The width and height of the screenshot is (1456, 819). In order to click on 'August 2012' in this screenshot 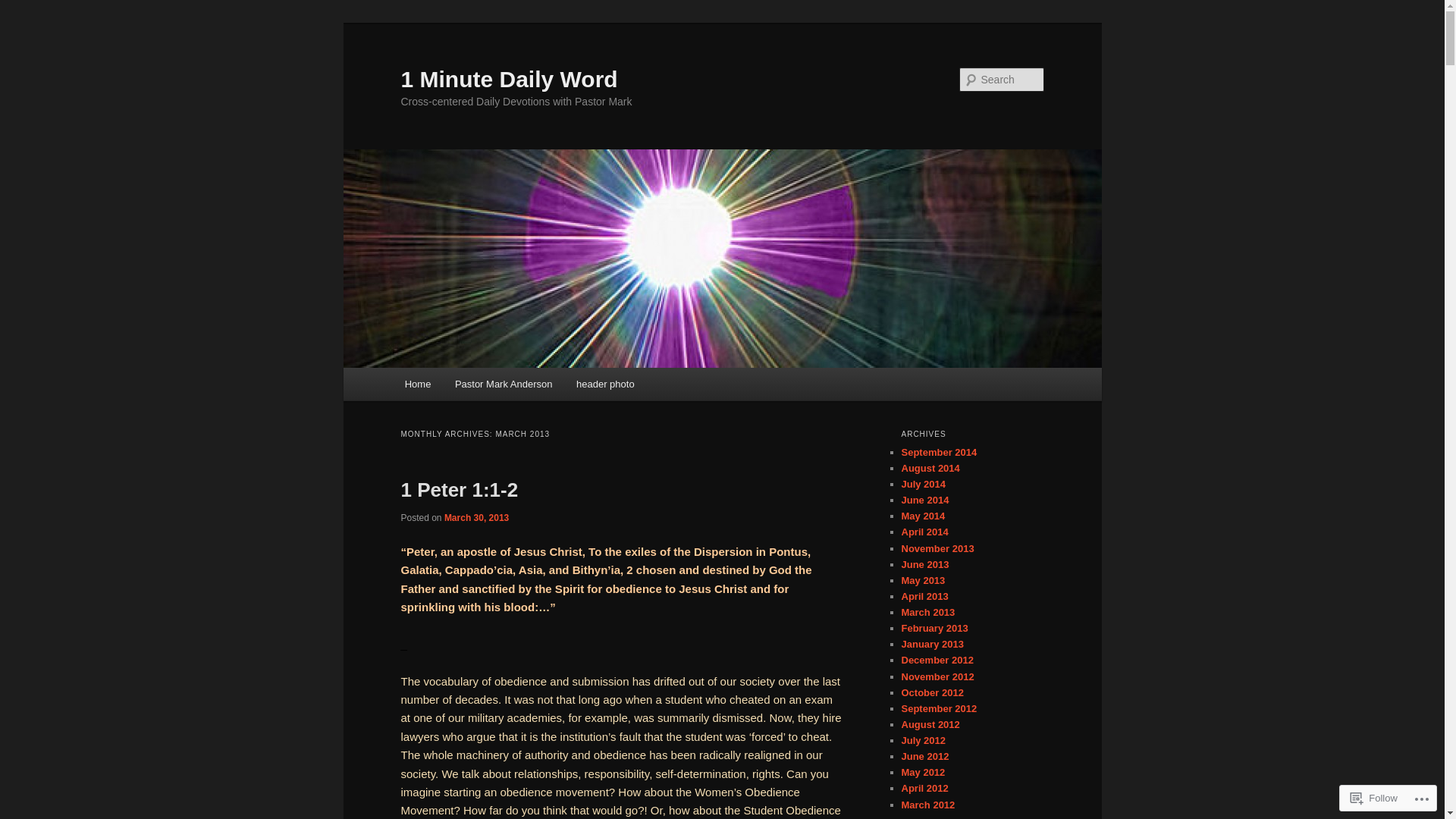, I will do `click(929, 723)`.